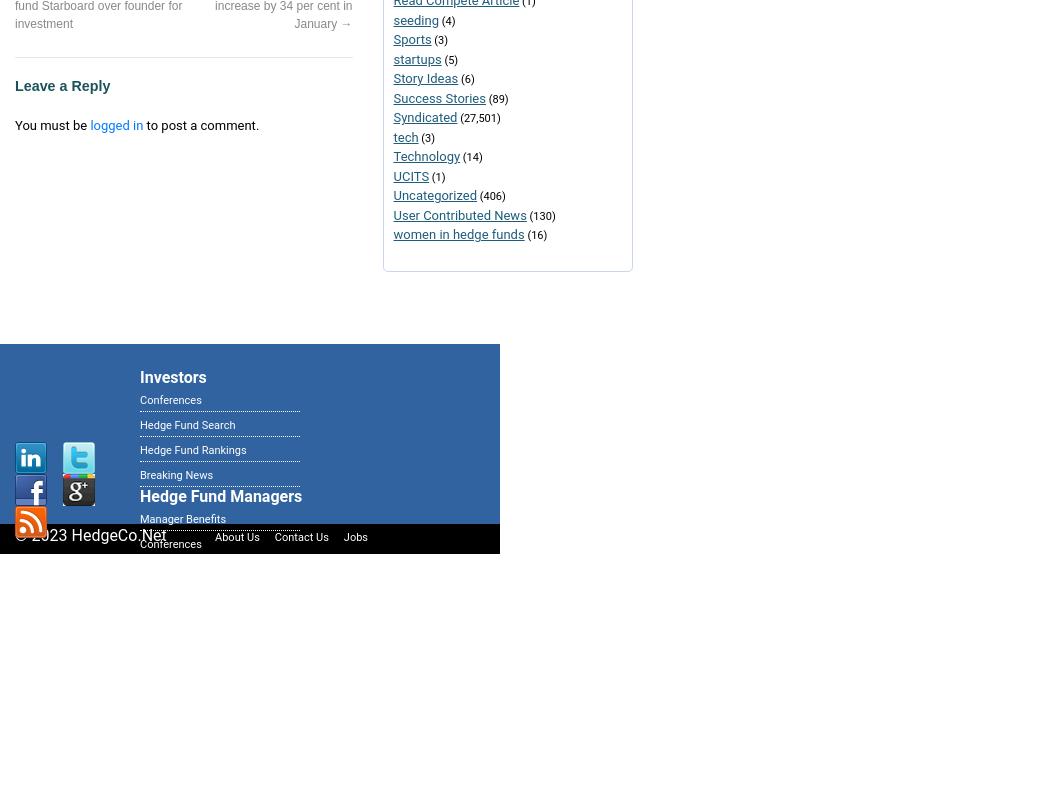 The image size is (1055, 795). I want to click on 'Breaking News', so click(176, 475).